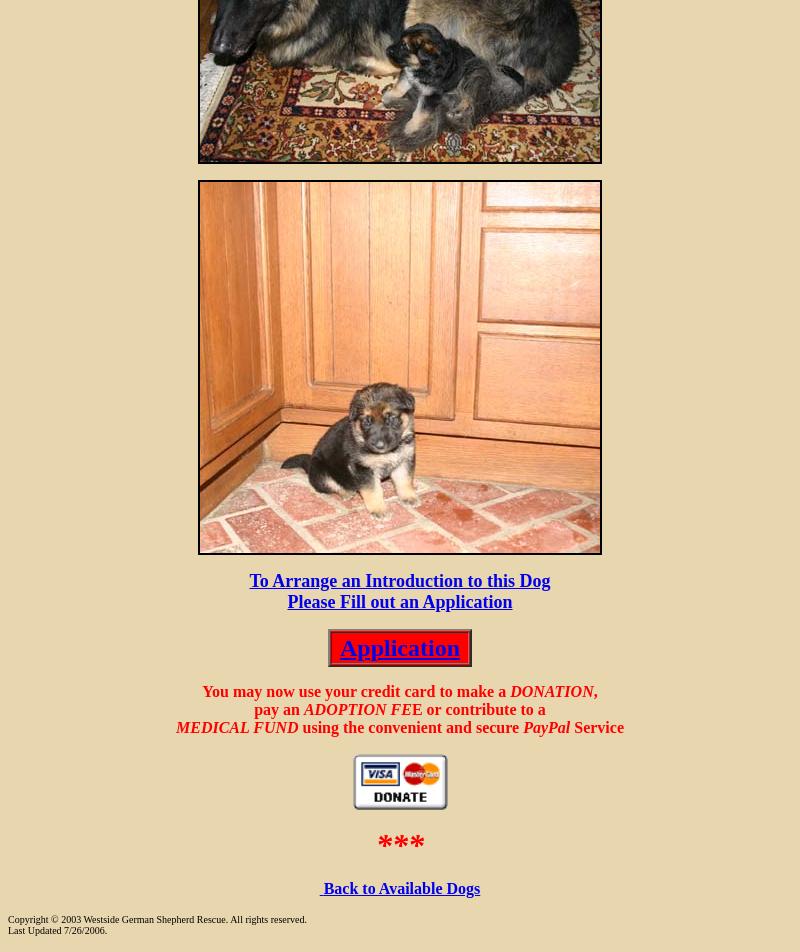 The height and width of the screenshot is (952, 800). What do you see at coordinates (356, 691) in the screenshot?
I see `'You may now use your
      credit card to make a'` at bounding box center [356, 691].